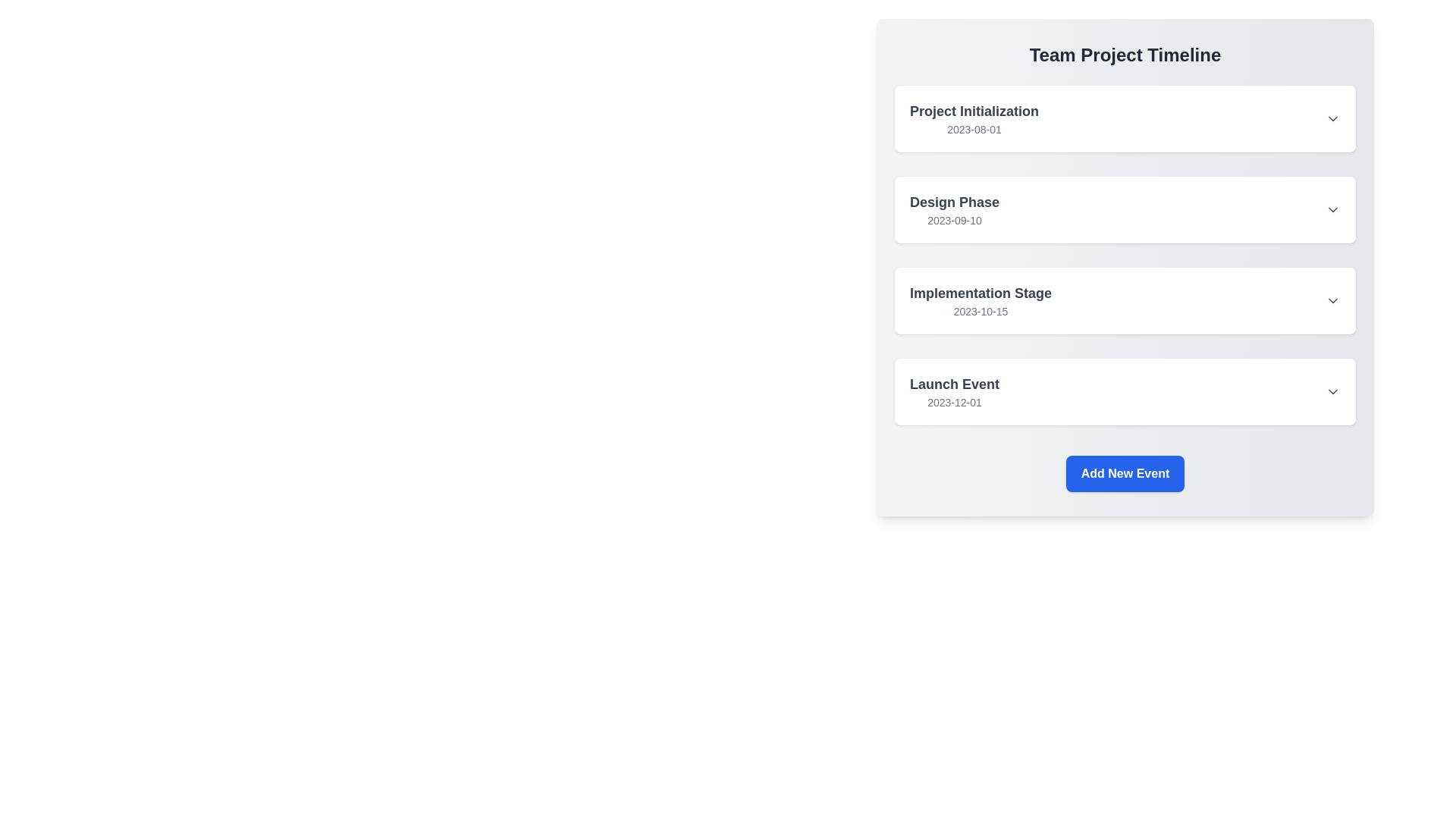  I want to click on the text label displaying 'Project Initialization' at the top of the card layout, so click(974, 110).